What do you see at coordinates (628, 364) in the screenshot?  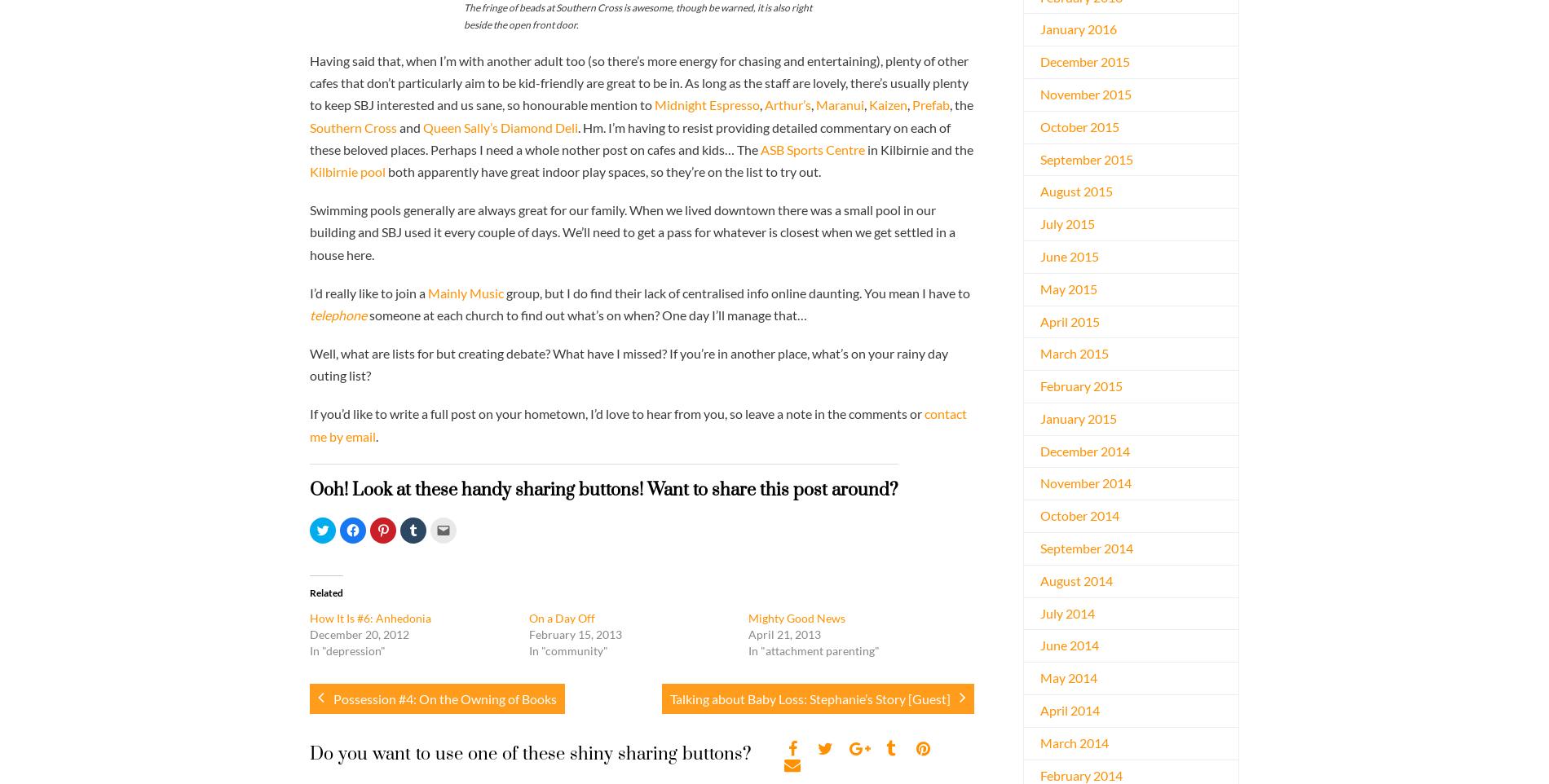 I see `'Well, what are lists for but creating debate? What have I missed? If you’re in another place, what’s on your rainy day outing list?'` at bounding box center [628, 364].